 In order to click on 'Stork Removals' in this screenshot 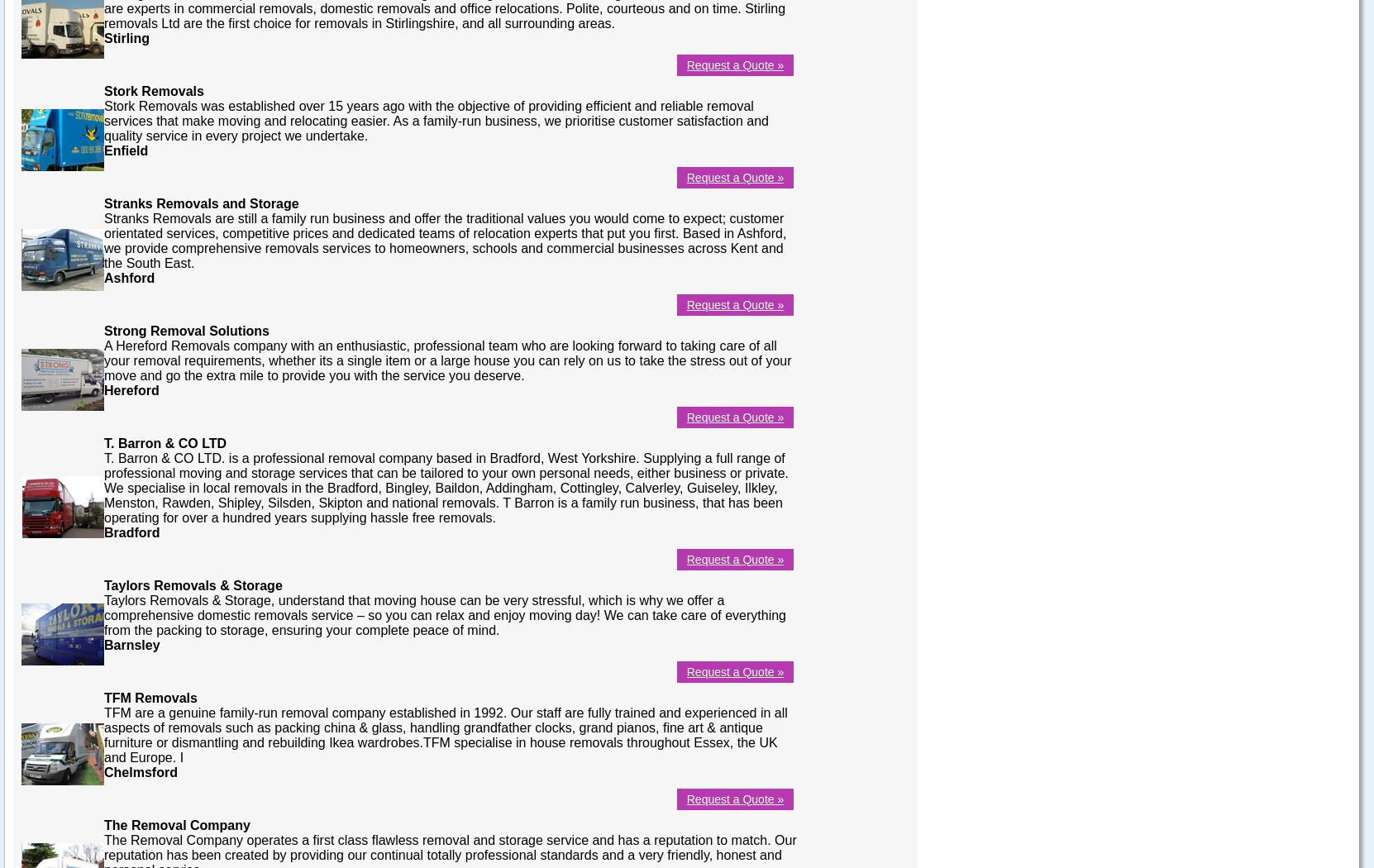, I will do `click(152, 90)`.